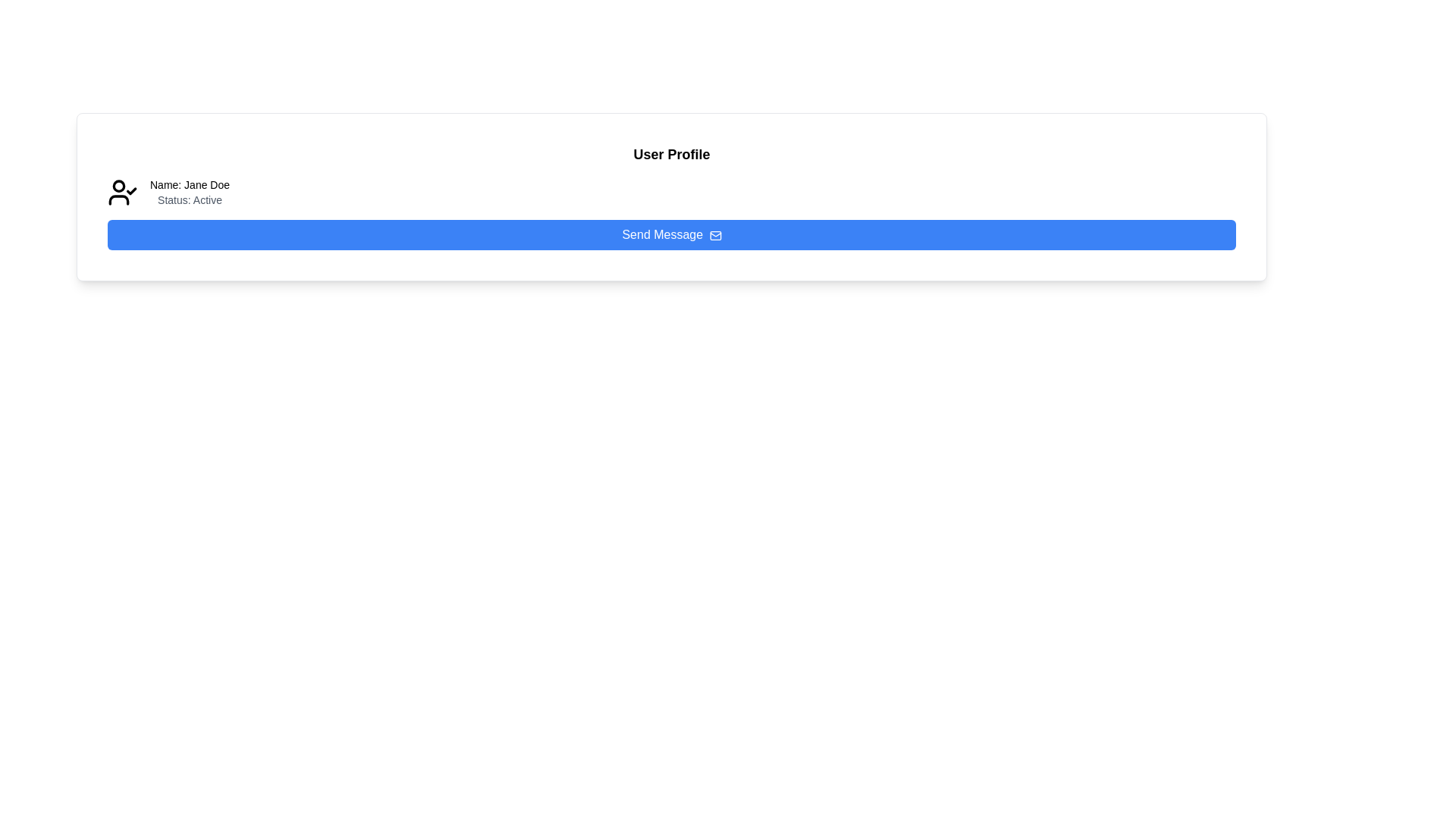 This screenshot has height=819, width=1456. What do you see at coordinates (118, 185) in the screenshot?
I see `the vector graphic circle that represents part of the user's profile icon, located to the left of the name and status text` at bounding box center [118, 185].